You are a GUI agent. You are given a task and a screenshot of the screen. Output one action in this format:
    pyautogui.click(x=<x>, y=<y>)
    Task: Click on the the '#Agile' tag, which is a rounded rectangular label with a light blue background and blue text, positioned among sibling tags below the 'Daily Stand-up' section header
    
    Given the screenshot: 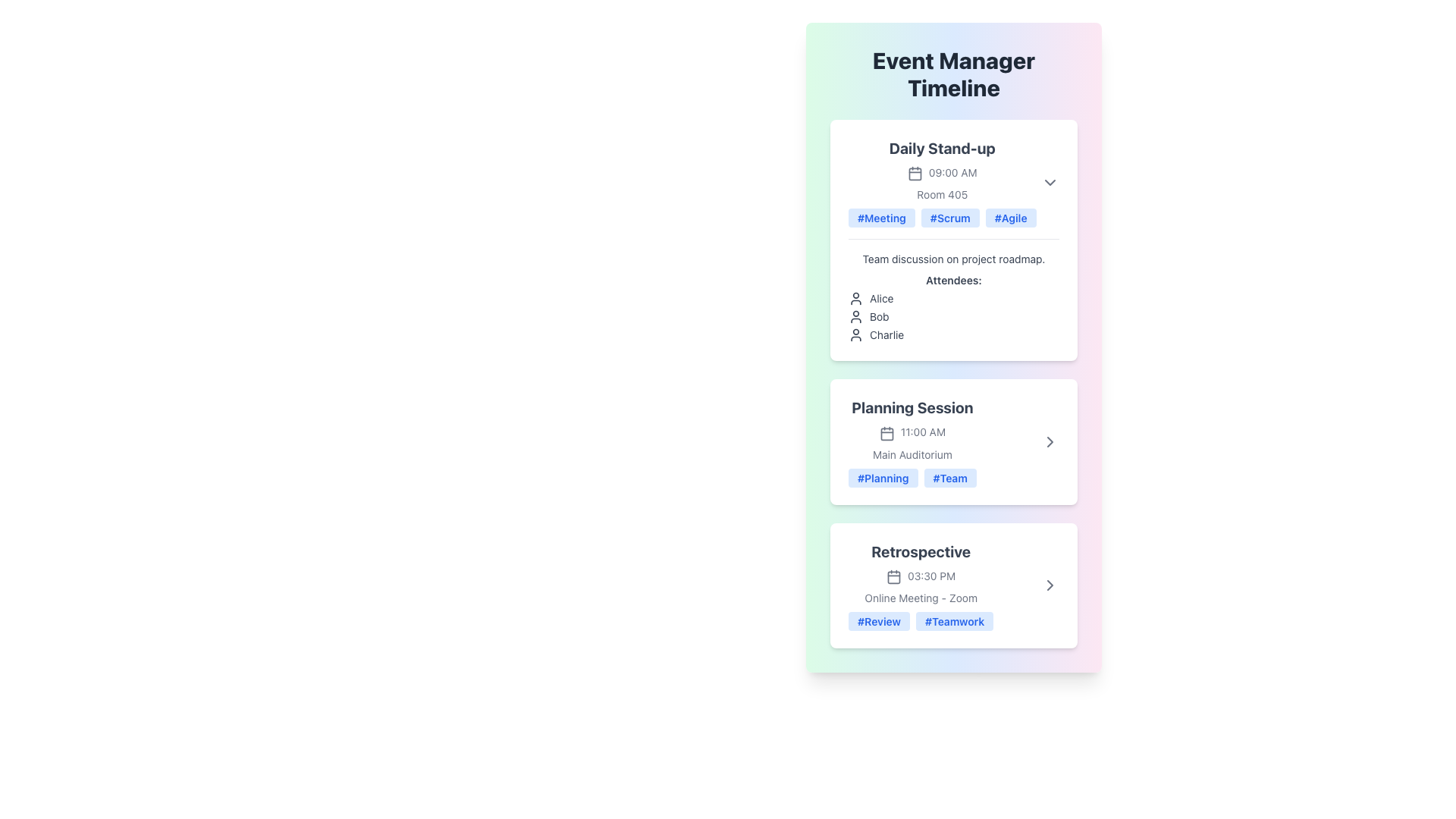 What is the action you would take?
    pyautogui.click(x=1011, y=218)
    